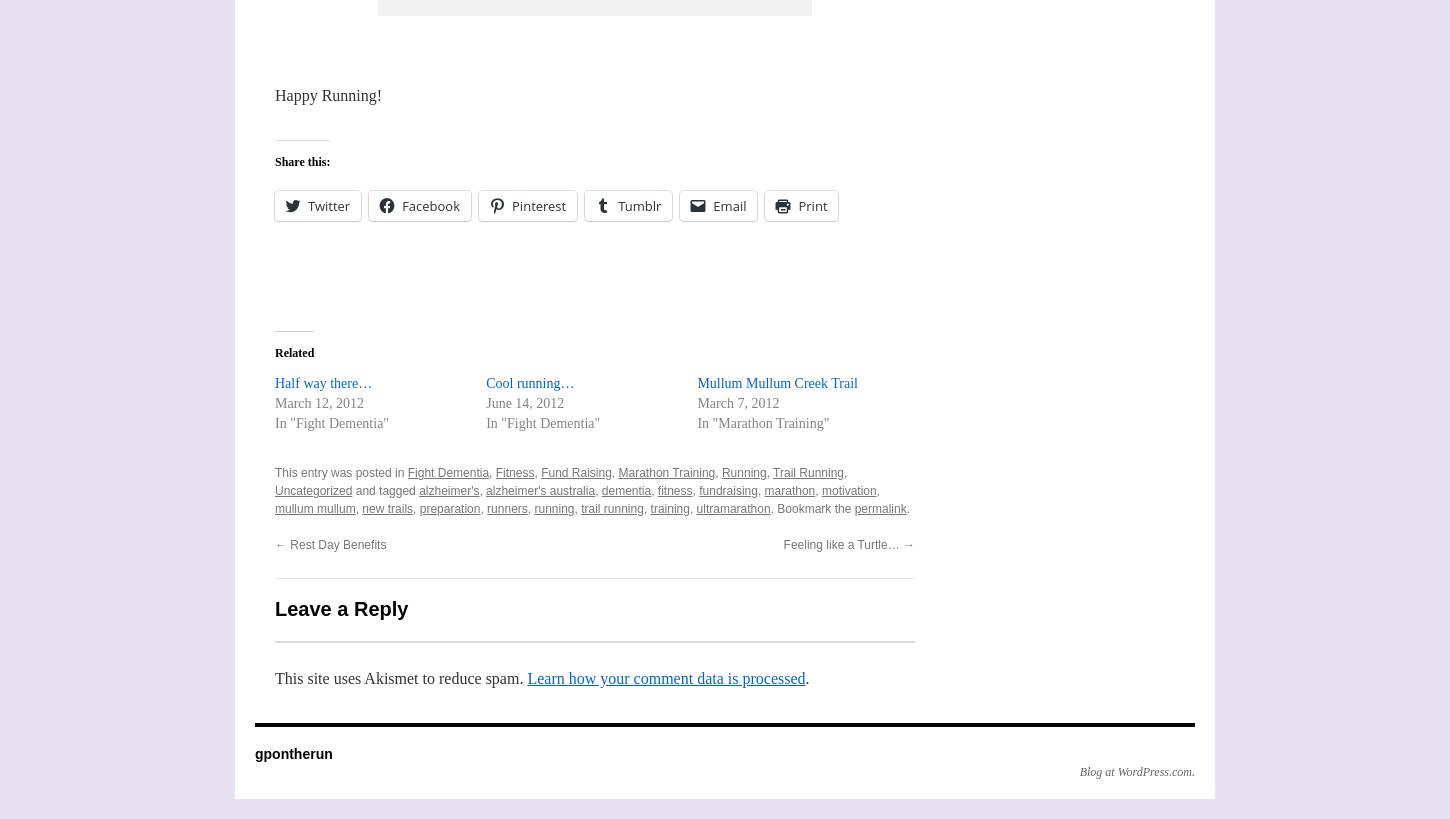 The height and width of the screenshot is (819, 1450). I want to click on 'Running', so click(743, 471).